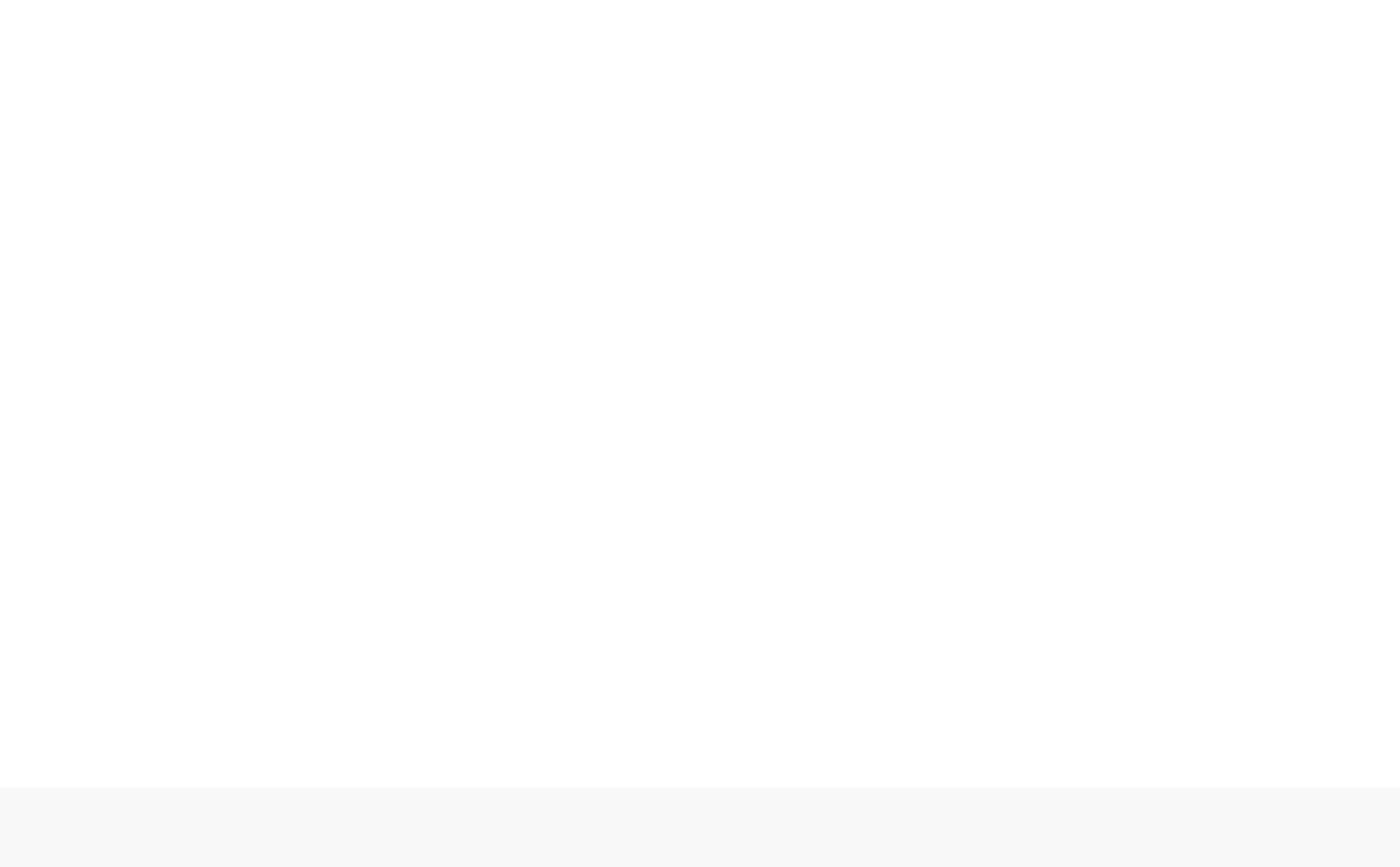 Image resolution: width=1400 pixels, height=867 pixels. I want to click on 'Twitter', so click(511, 185).